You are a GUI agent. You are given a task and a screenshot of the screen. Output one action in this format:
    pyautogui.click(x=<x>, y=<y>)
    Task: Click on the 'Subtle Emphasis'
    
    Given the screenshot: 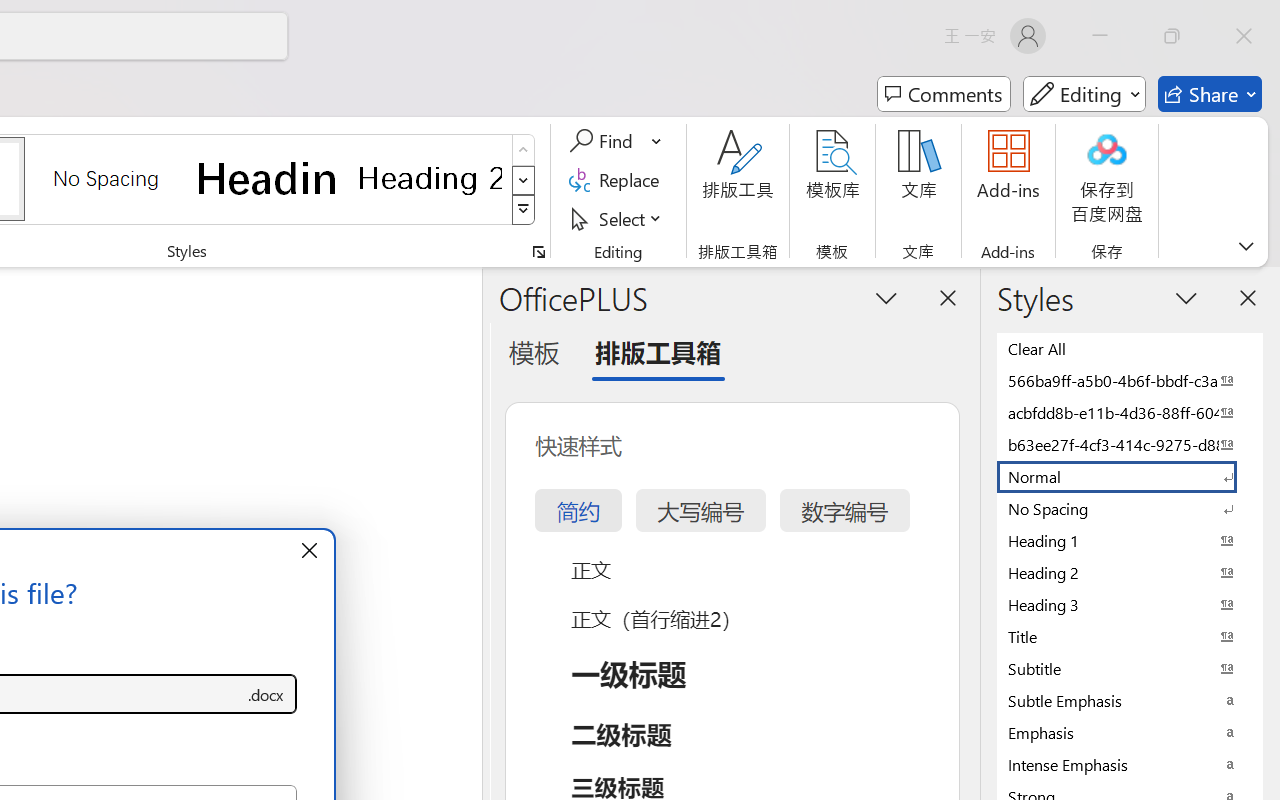 What is the action you would take?
    pyautogui.click(x=1130, y=700)
    